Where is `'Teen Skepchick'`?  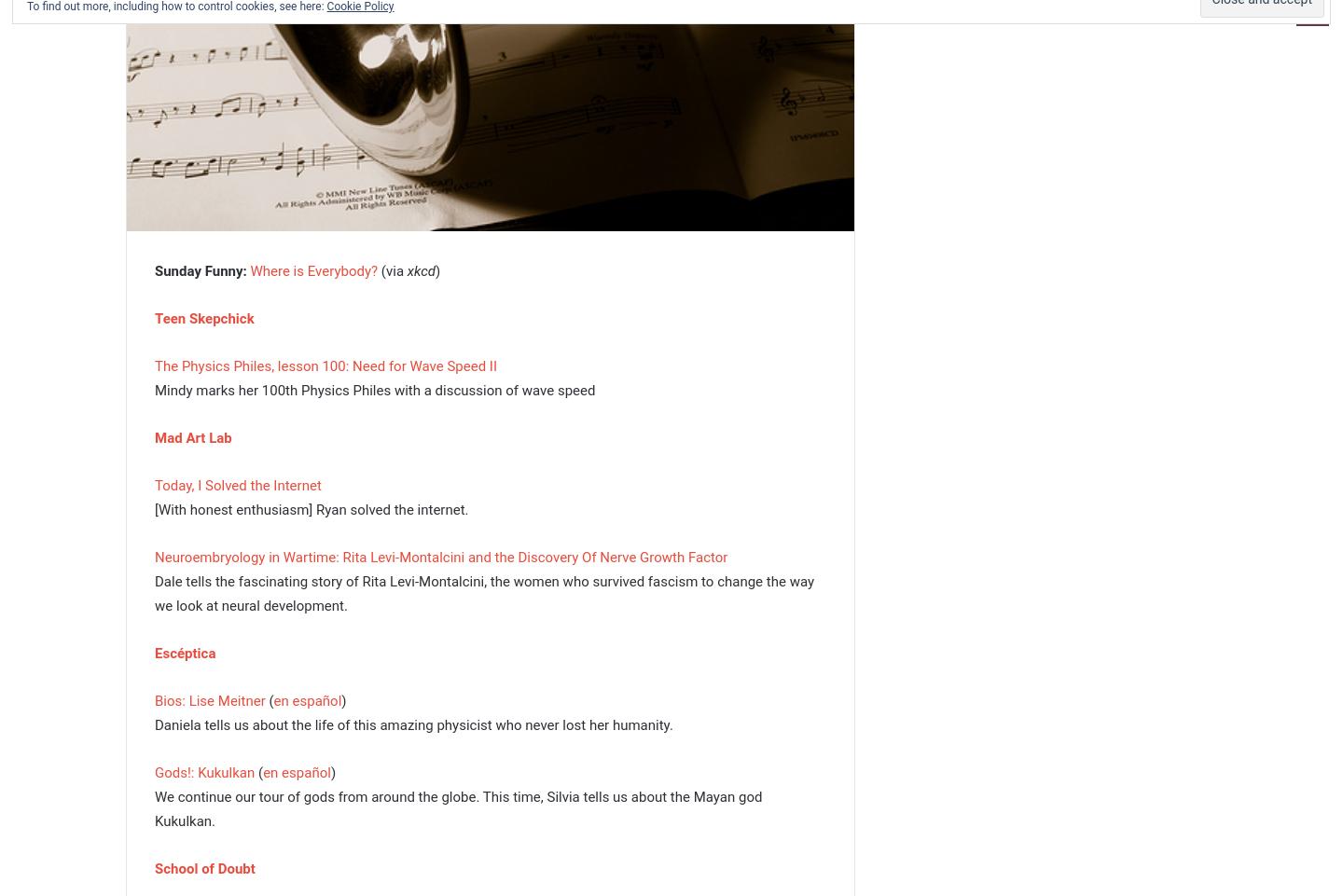 'Teen Skepchick' is located at coordinates (204, 316).